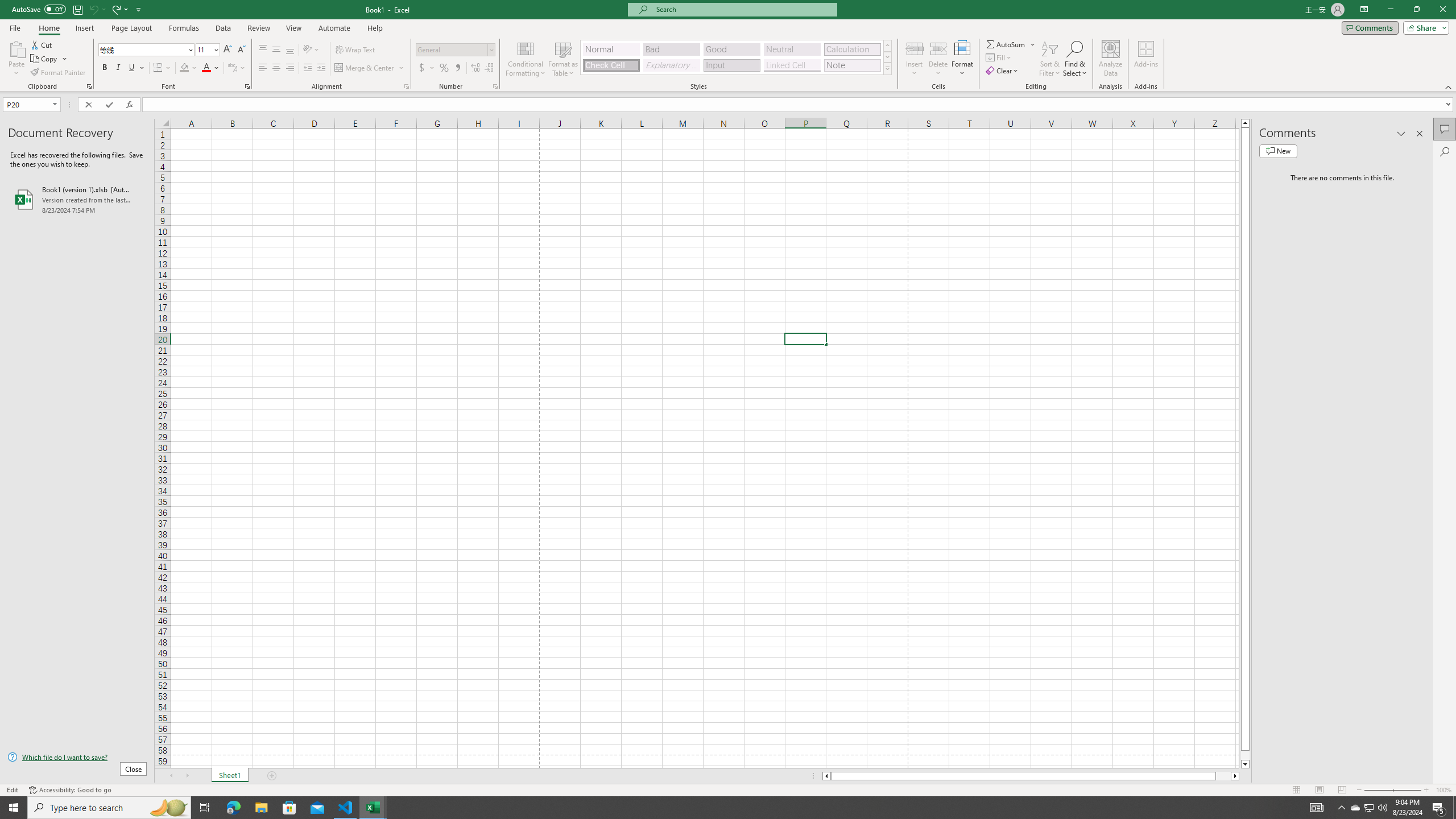 The width and height of the screenshot is (1456, 819). I want to click on 'Cut', so click(42, 44).